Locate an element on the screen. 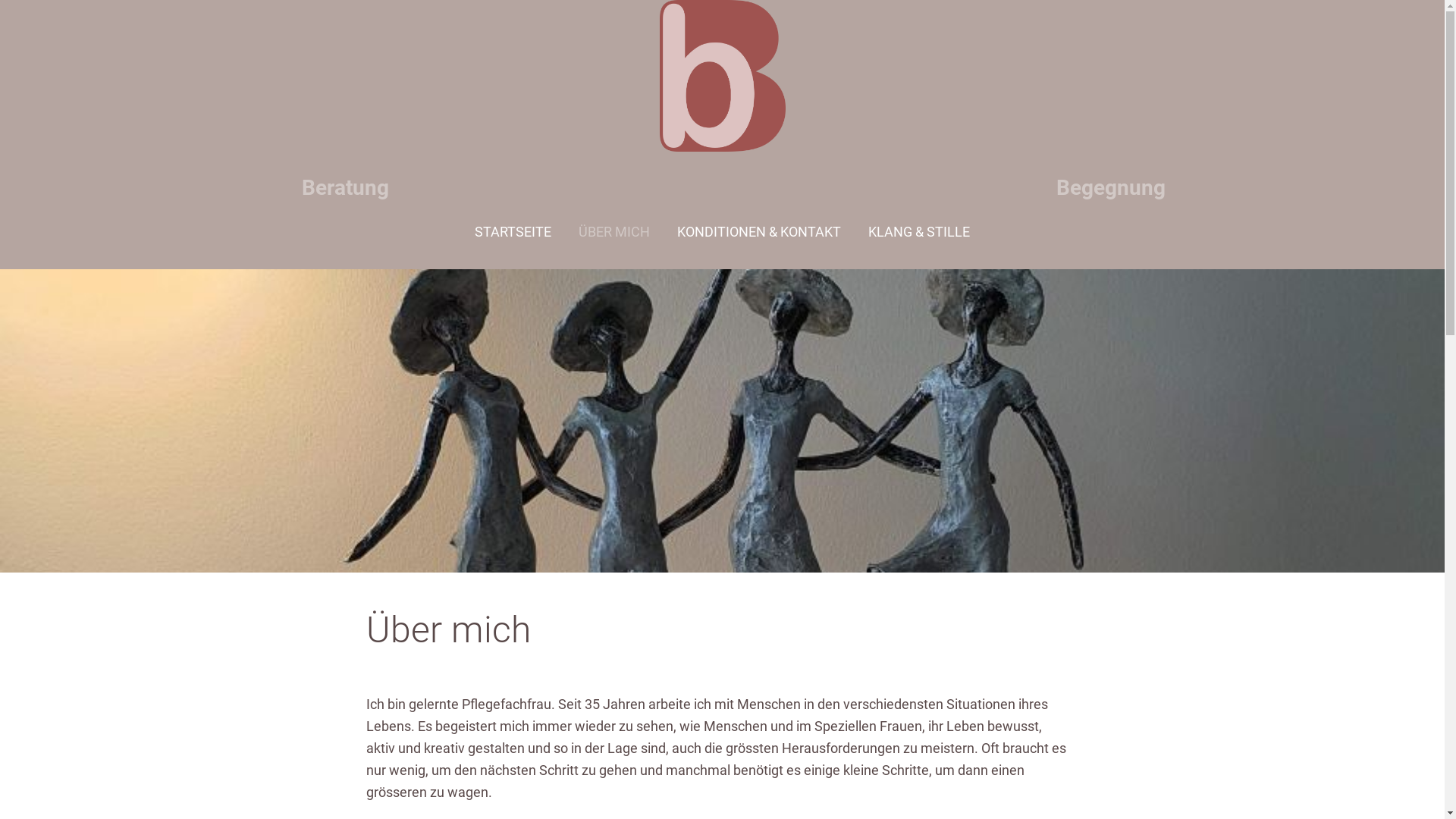  'STARTSEITE' is located at coordinates (506, 231).